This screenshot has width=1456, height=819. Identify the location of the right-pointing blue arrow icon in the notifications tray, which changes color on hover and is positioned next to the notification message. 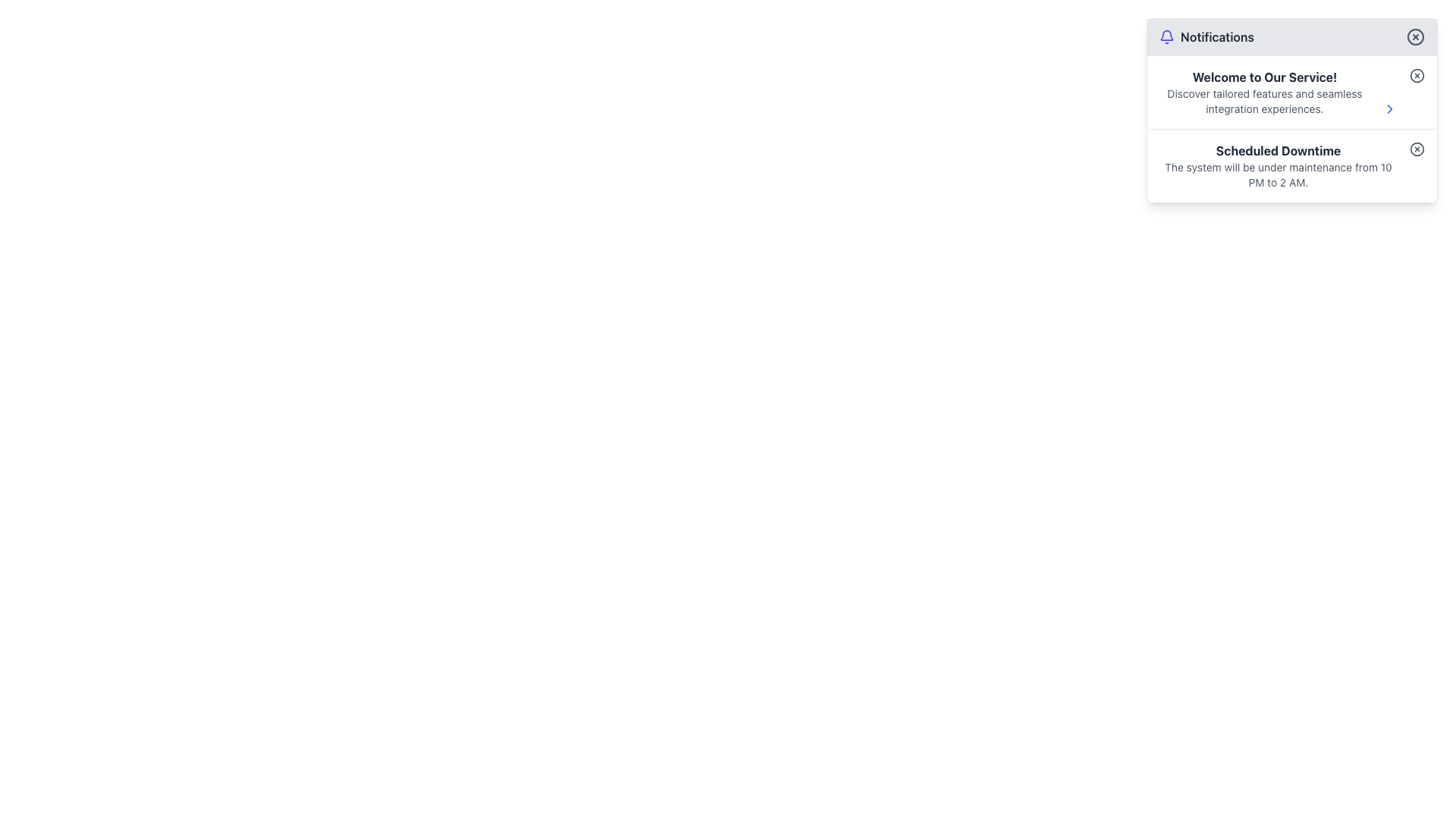
(1390, 108).